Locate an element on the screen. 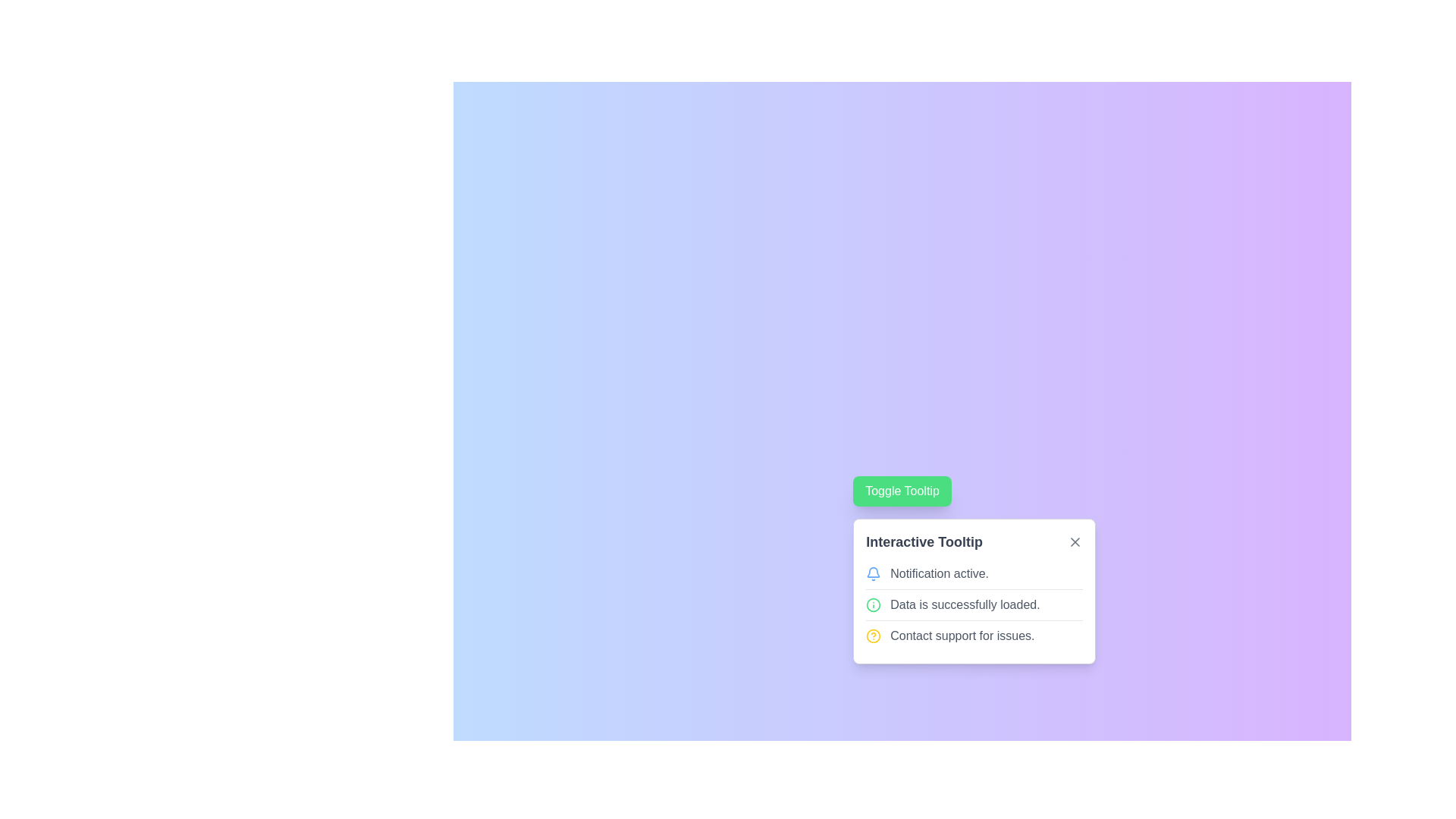 The image size is (1456, 819). the close button icon resembling a cross in the top-right corner of the 'Interactive Tooltip' is located at coordinates (1075, 541).